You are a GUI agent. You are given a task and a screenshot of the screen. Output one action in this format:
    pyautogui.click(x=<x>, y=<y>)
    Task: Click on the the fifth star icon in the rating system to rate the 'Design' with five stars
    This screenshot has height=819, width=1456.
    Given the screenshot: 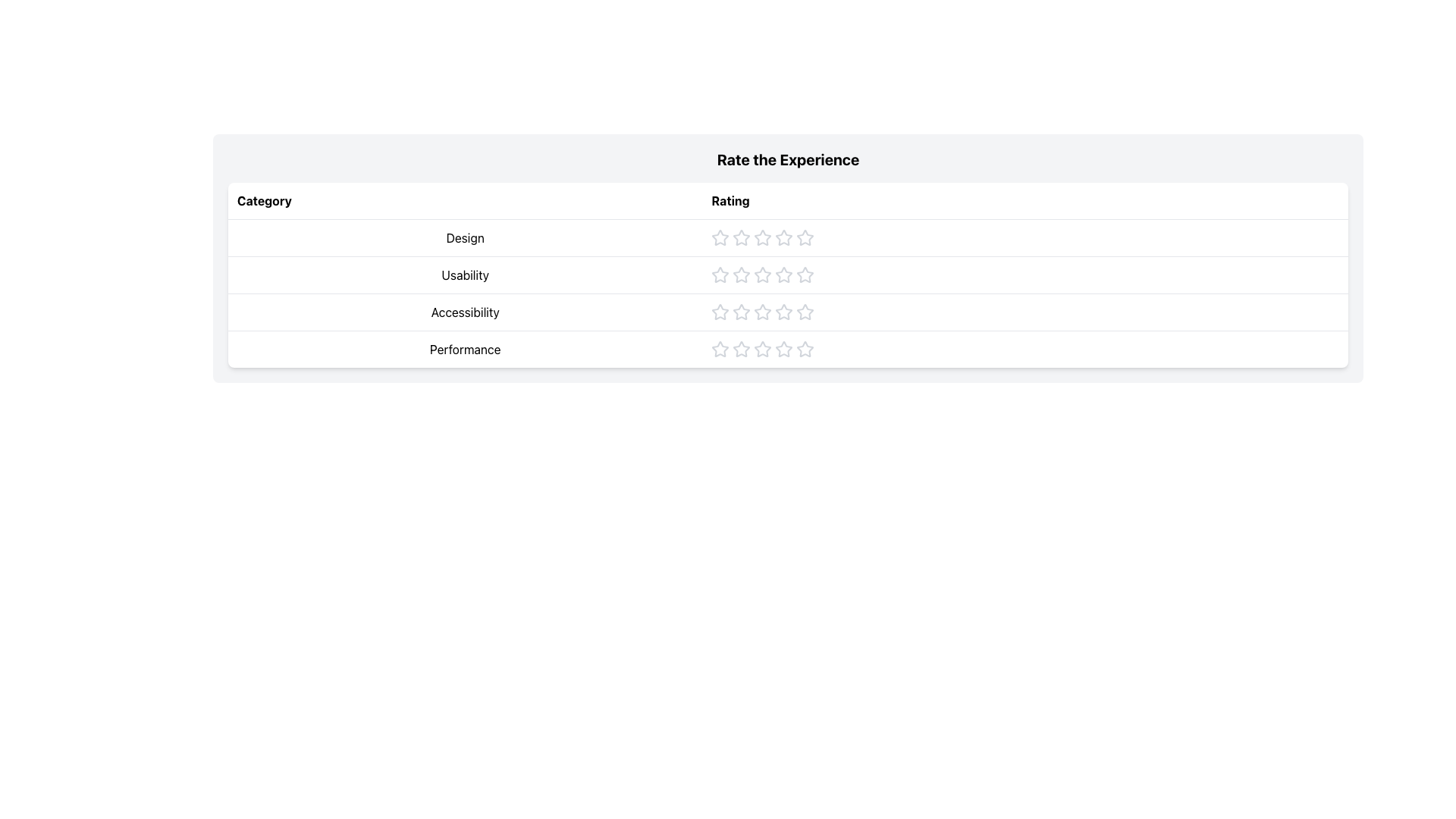 What is the action you would take?
    pyautogui.click(x=805, y=237)
    